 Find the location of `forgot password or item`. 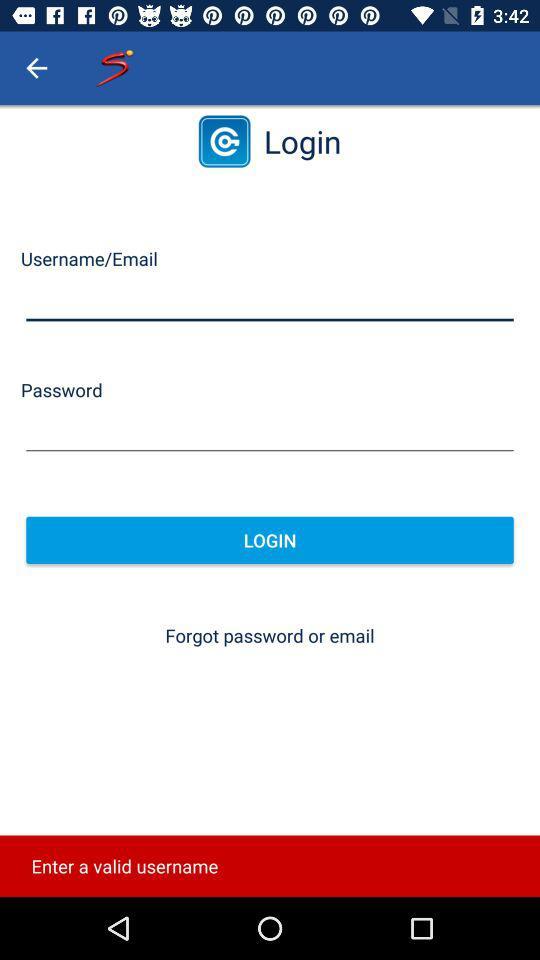

forgot password or item is located at coordinates (270, 634).